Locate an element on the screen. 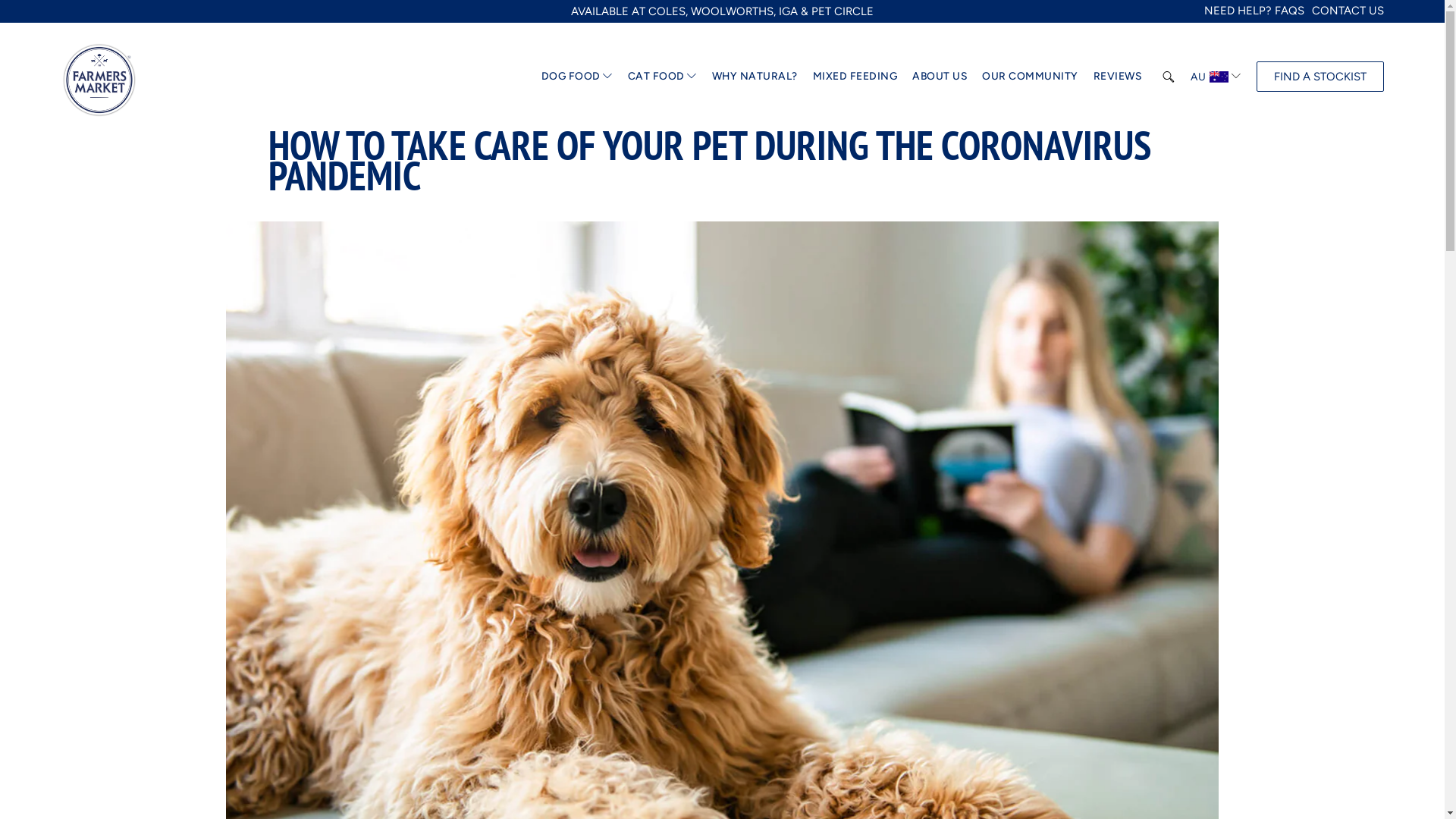 The height and width of the screenshot is (819, 1456). 'FIND A STOCKIST' is located at coordinates (1319, 76).